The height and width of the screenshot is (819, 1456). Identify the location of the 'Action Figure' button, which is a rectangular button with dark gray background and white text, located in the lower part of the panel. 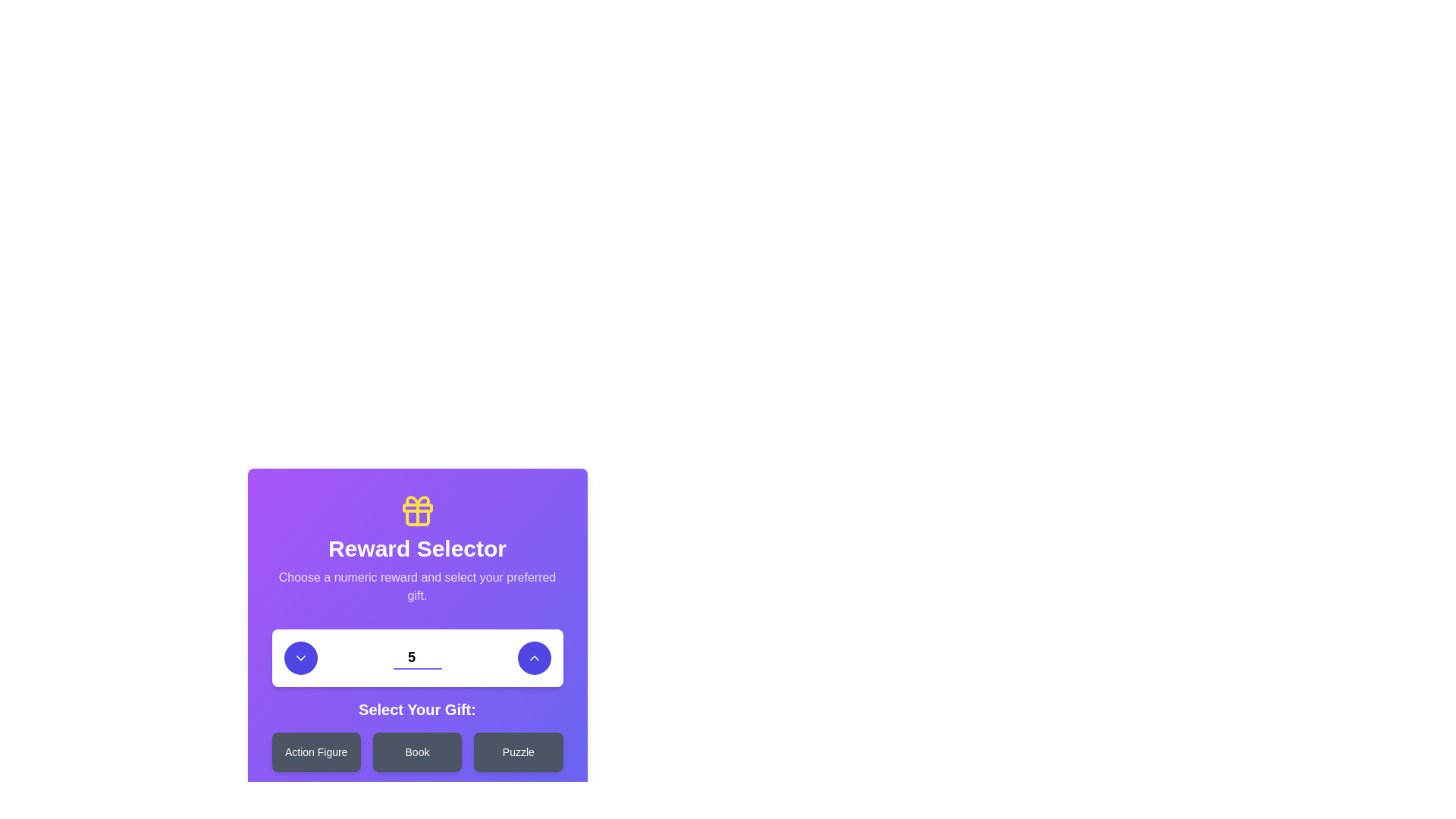
(315, 752).